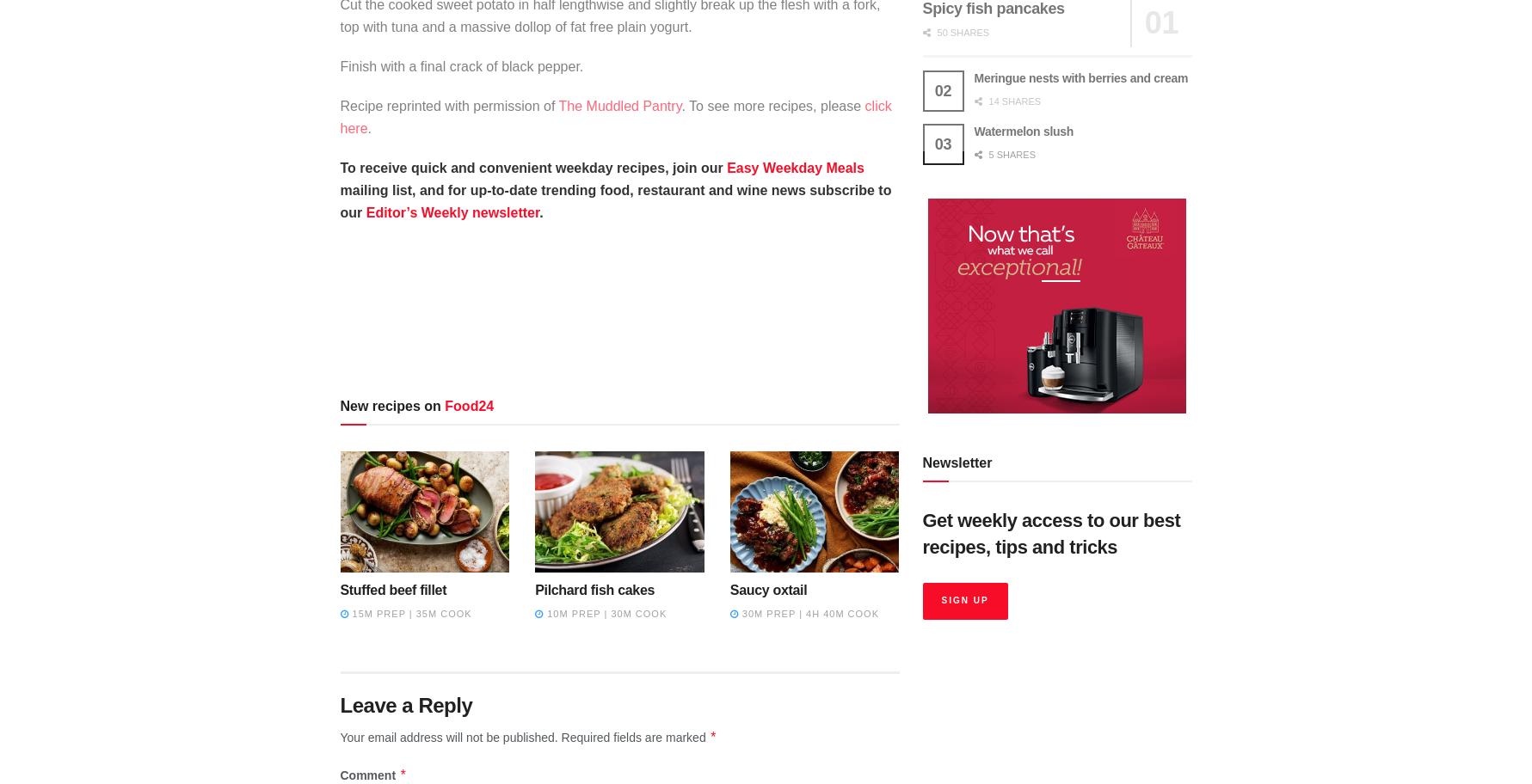  Describe the element at coordinates (766, 589) in the screenshot. I see `'Saucy oxtail'` at that location.